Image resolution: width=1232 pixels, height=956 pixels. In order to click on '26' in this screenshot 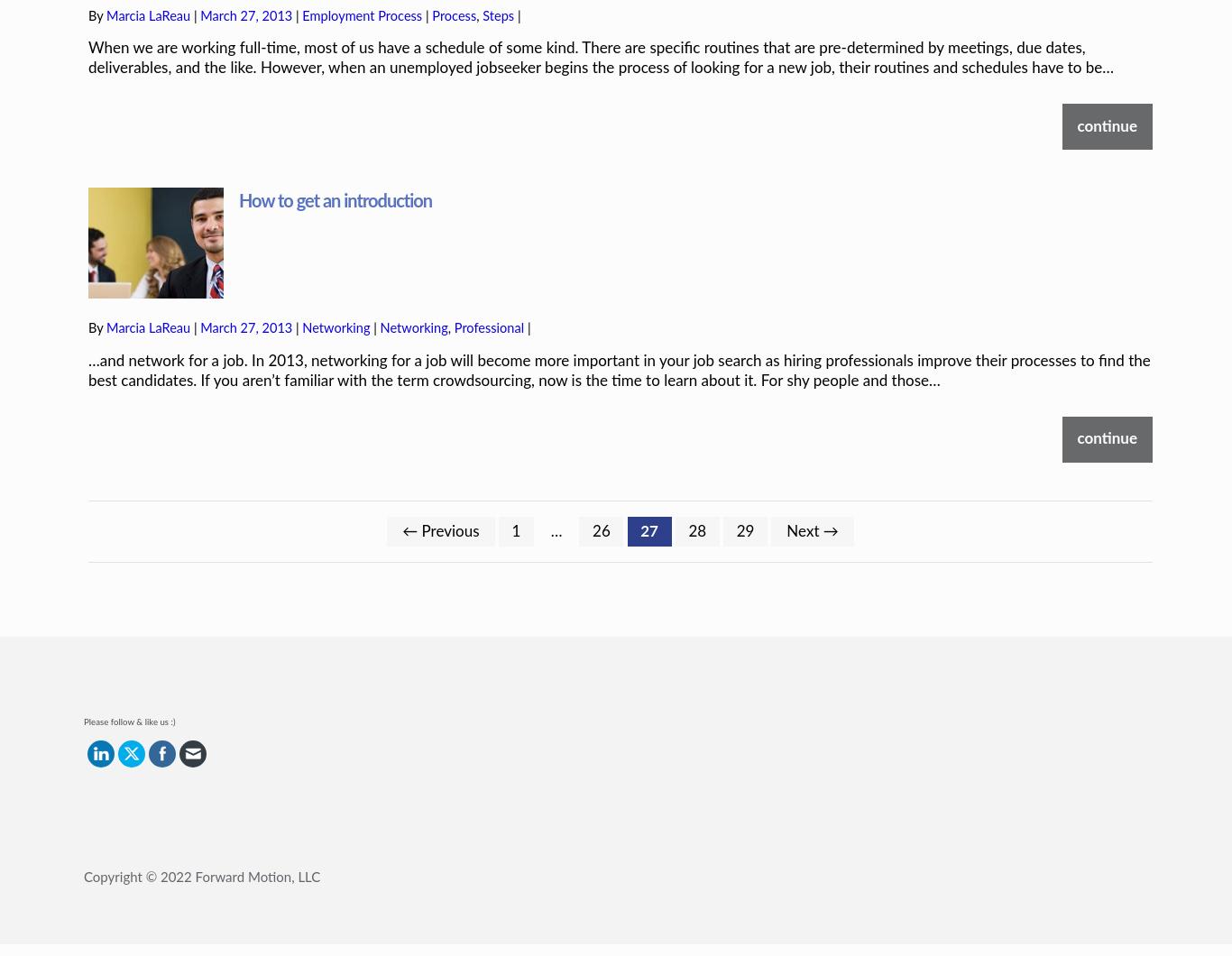, I will do `click(592, 468)`.